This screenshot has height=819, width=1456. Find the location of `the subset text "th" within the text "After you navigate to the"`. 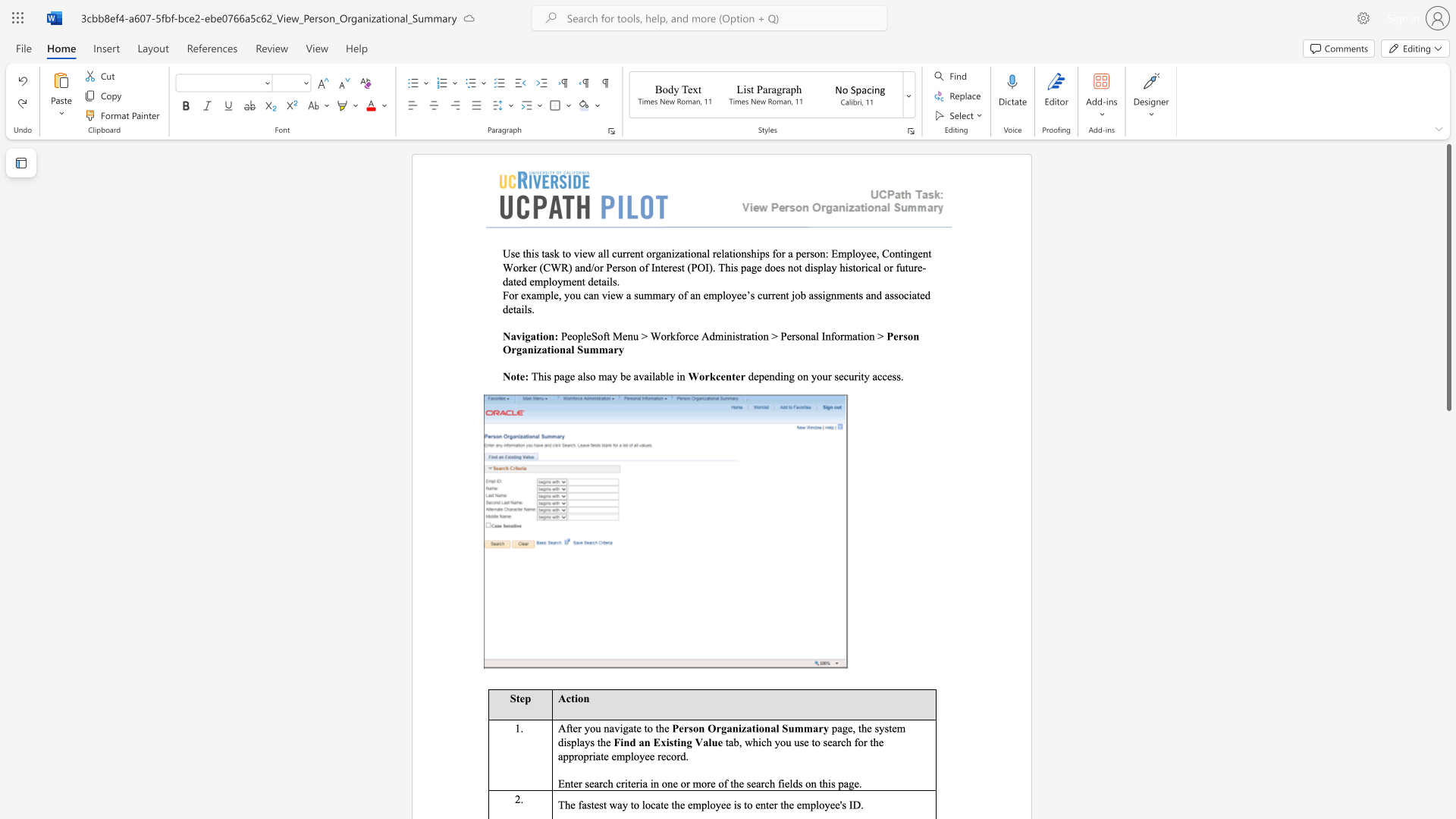

the subset text "th" within the text "After you navigate to the" is located at coordinates (655, 727).